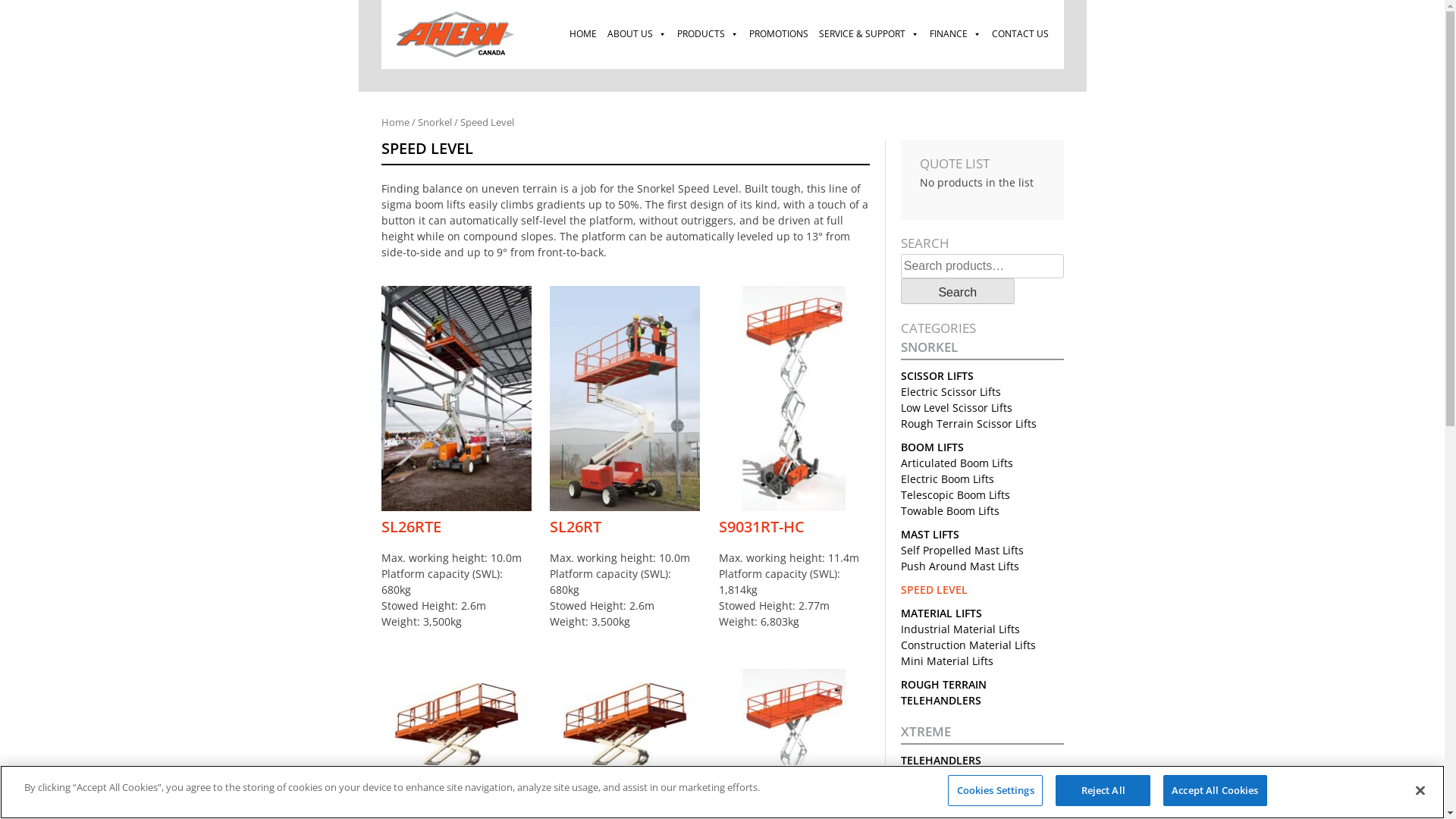 The height and width of the screenshot is (819, 1456). I want to click on 'Push Around Mast Lifts', so click(959, 566).